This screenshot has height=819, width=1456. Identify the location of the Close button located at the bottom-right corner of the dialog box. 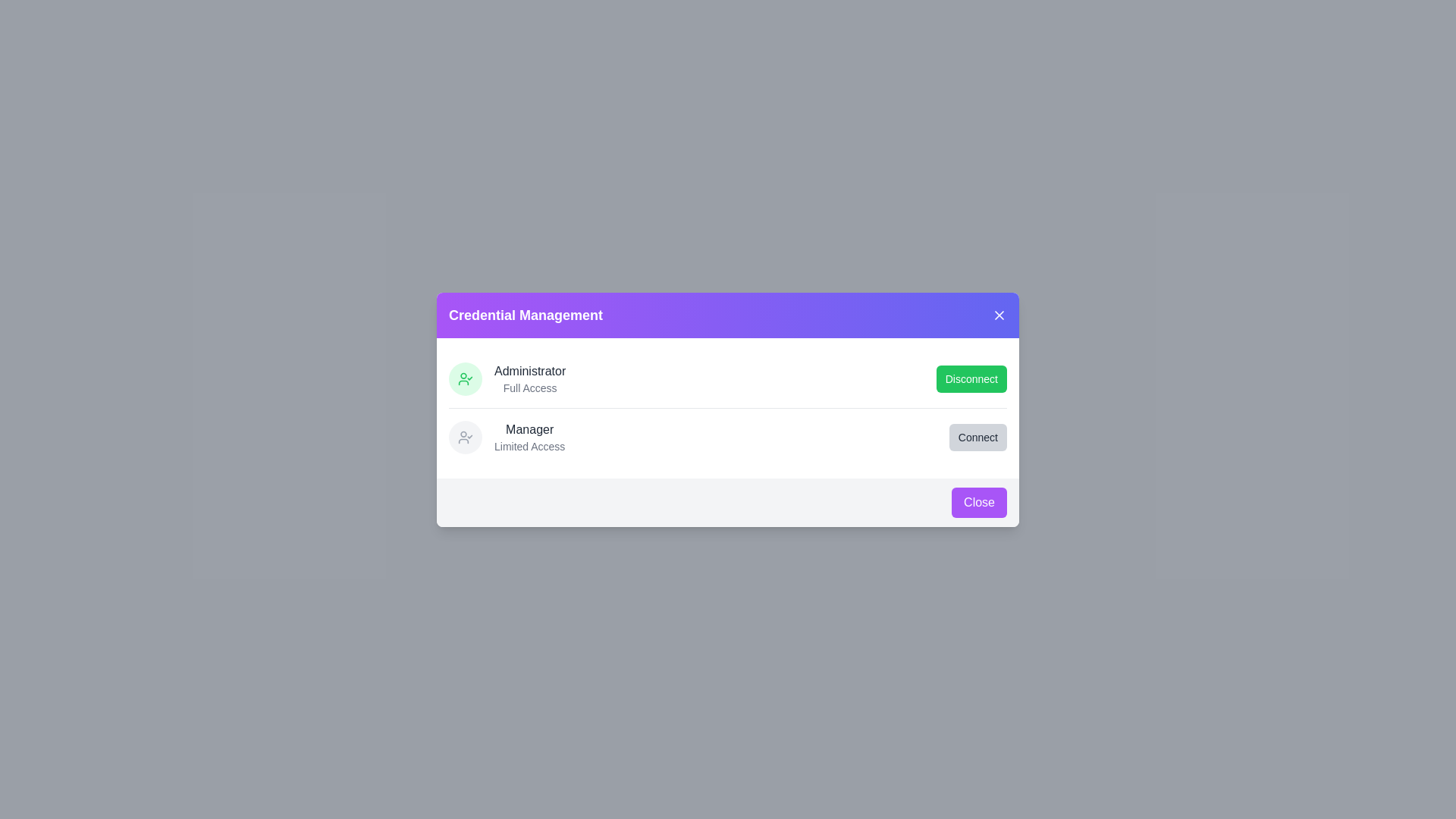
(979, 502).